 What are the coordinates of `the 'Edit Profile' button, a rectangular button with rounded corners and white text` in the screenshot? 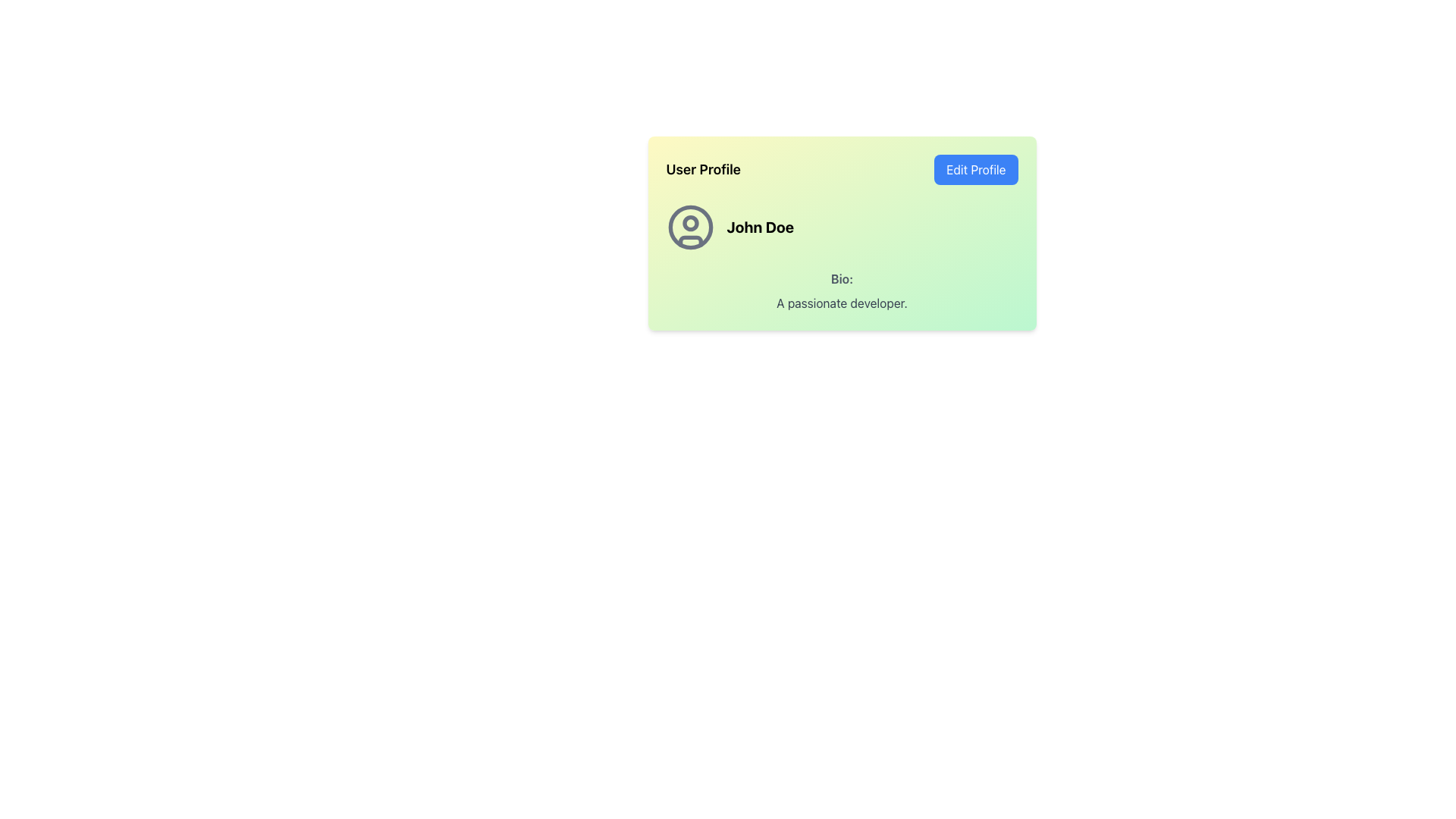 It's located at (976, 169).